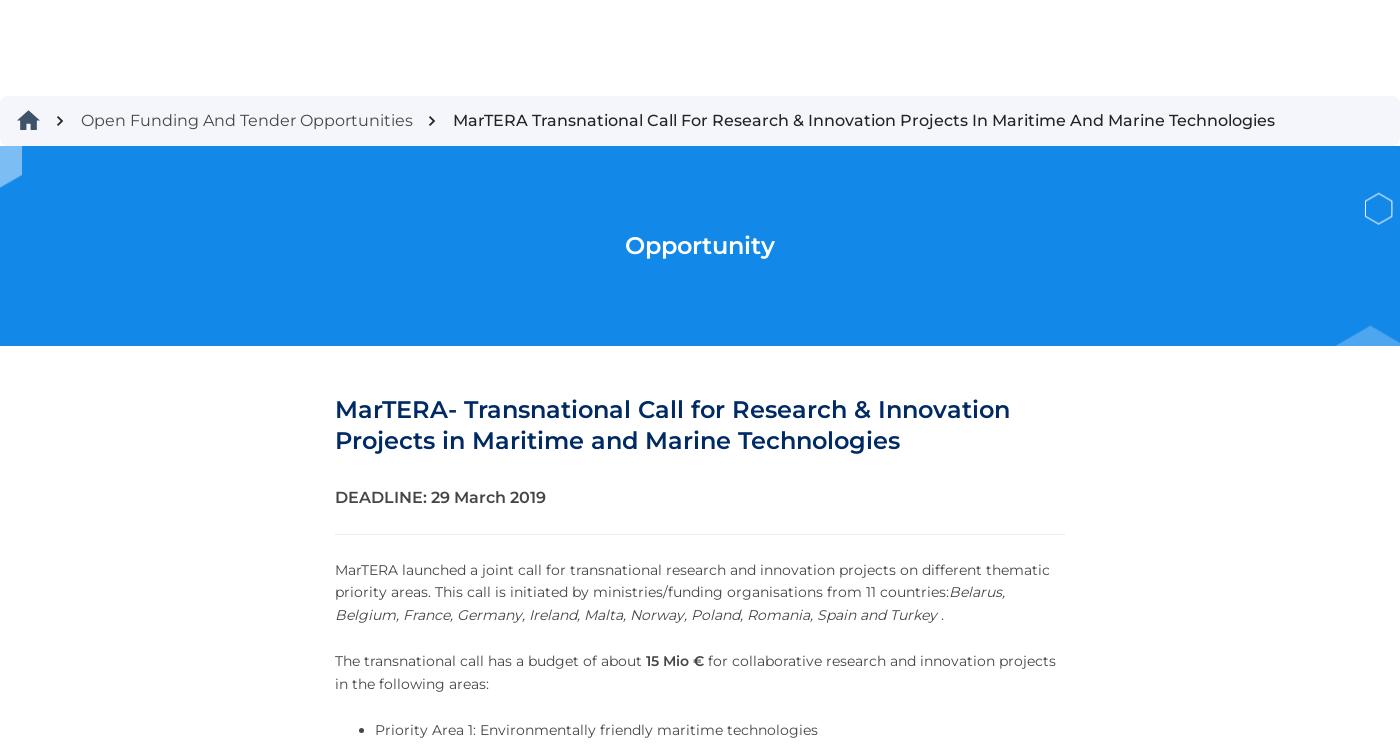 The height and width of the screenshot is (753, 1400). What do you see at coordinates (32, 477) in the screenshot?
I see `'Helpdesk'` at bounding box center [32, 477].